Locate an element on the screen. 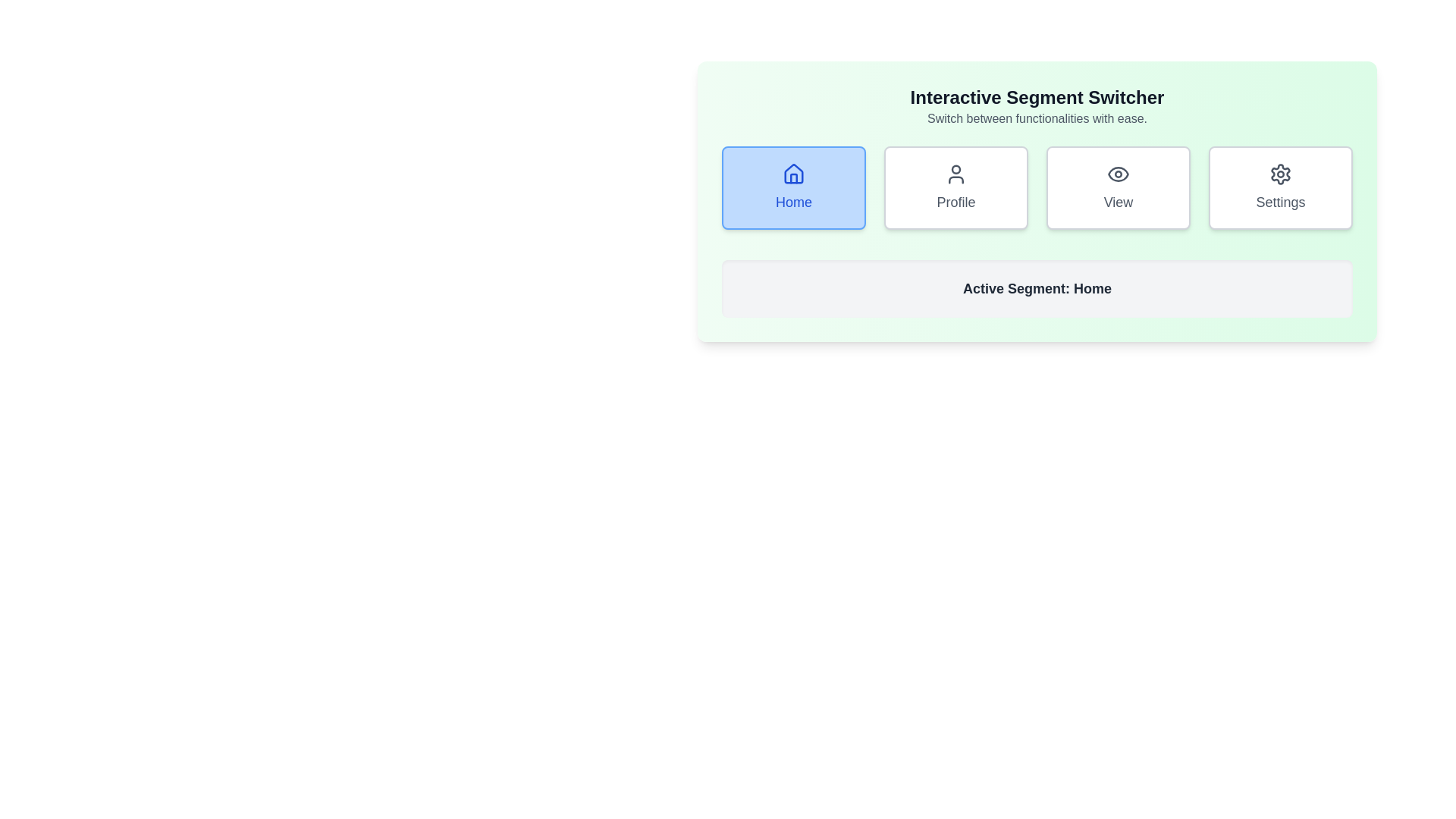 The image size is (1456, 819). circular graphical component that represents the head portion of the user icon in the 'Profile' button, which is the second button from the left in the 'Interactive Segment Switcher' layout, for visual design accuracy is located at coordinates (955, 169).